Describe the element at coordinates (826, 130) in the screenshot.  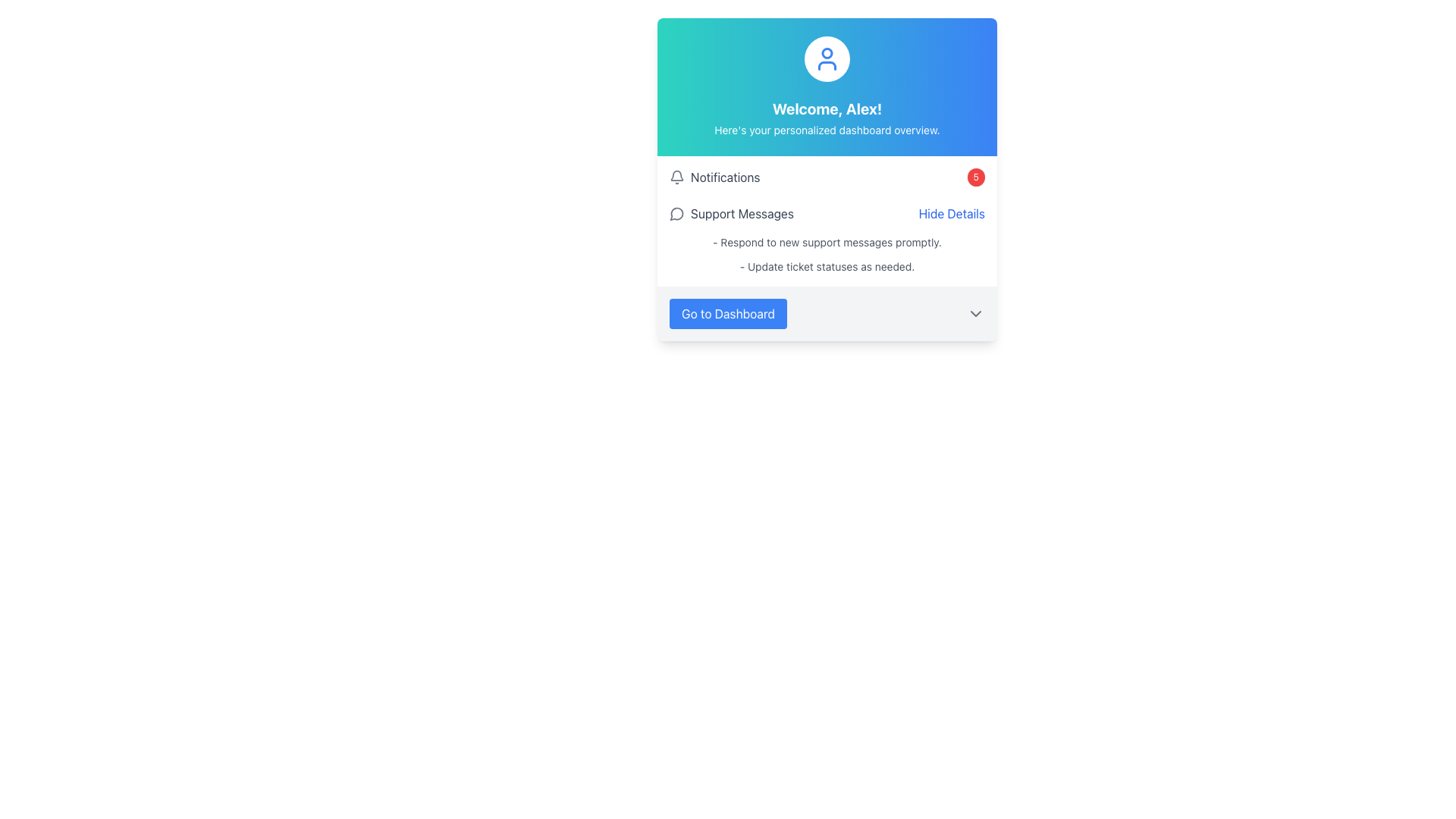
I see `the static text element that displays 'Here's your personalized dashboard overview.' which is located directly beneath the header 'Welcome, Alex!'` at that location.